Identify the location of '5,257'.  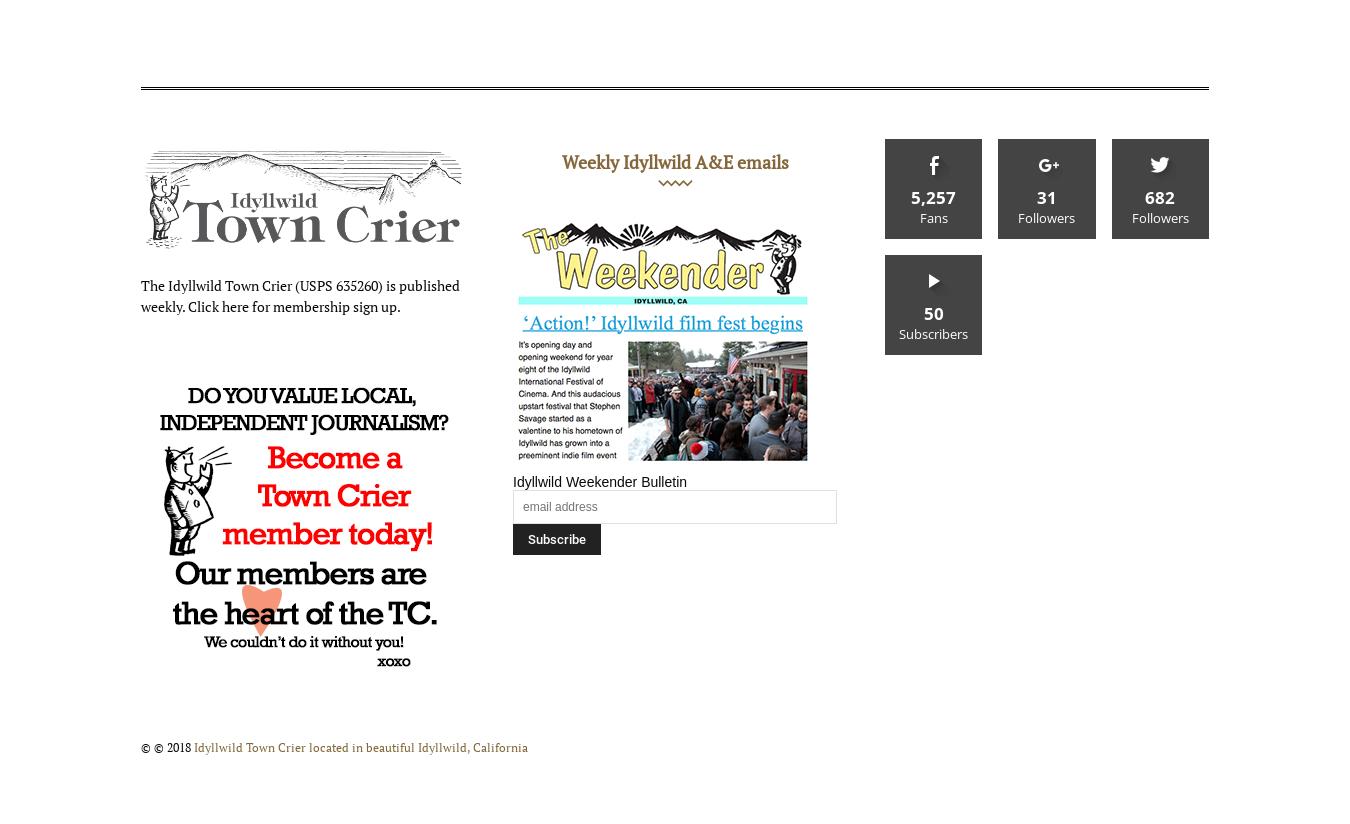
(932, 197).